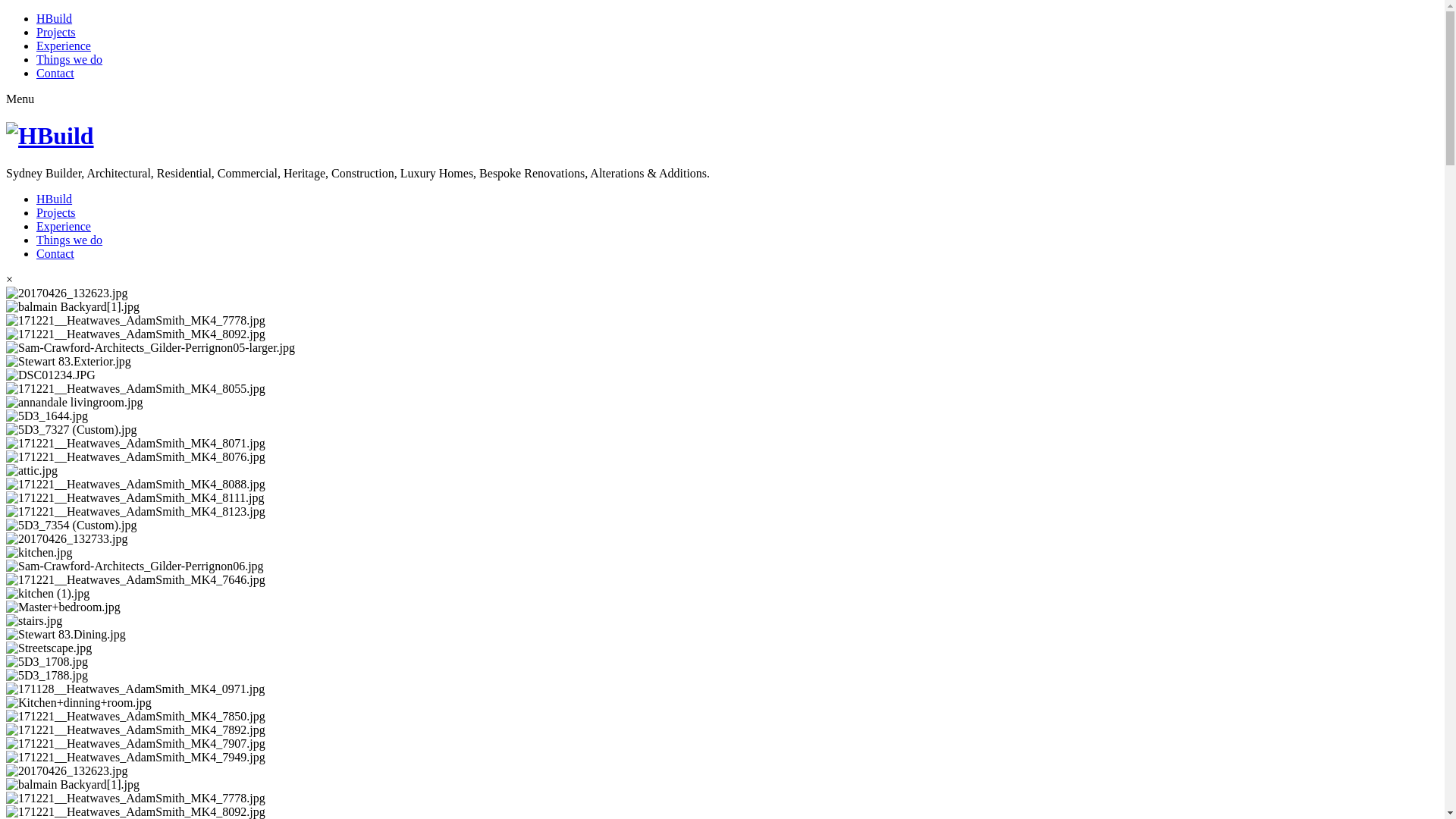 Image resolution: width=1456 pixels, height=819 pixels. I want to click on 'Contact', so click(55, 253).